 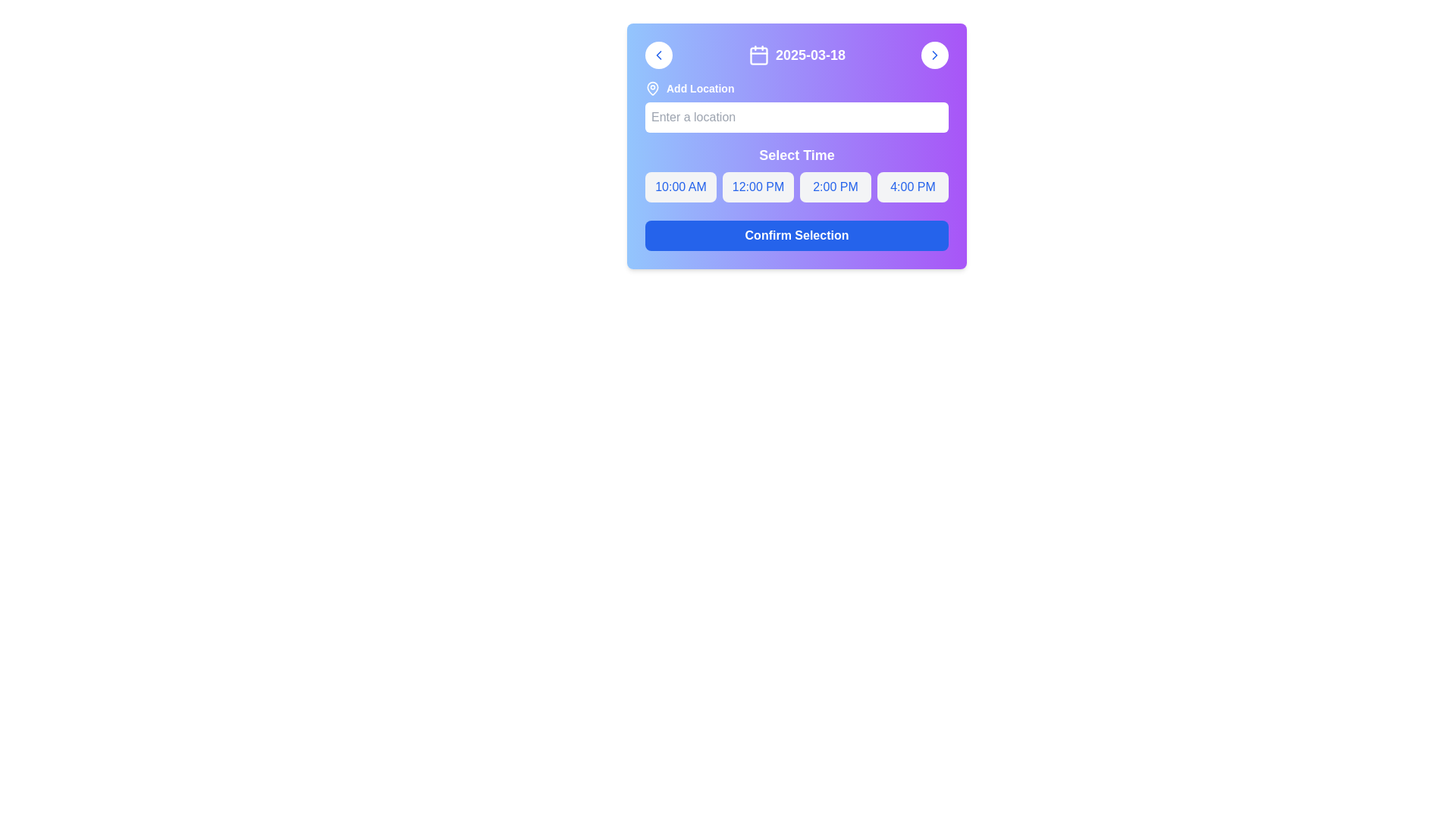 What do you see at coordinates (835, 186) in the screenshot?
I see `the button labeled '2:00 PM', which is a rounded rectangle with a light gray background and blue text` at bounding box center [835, 186].